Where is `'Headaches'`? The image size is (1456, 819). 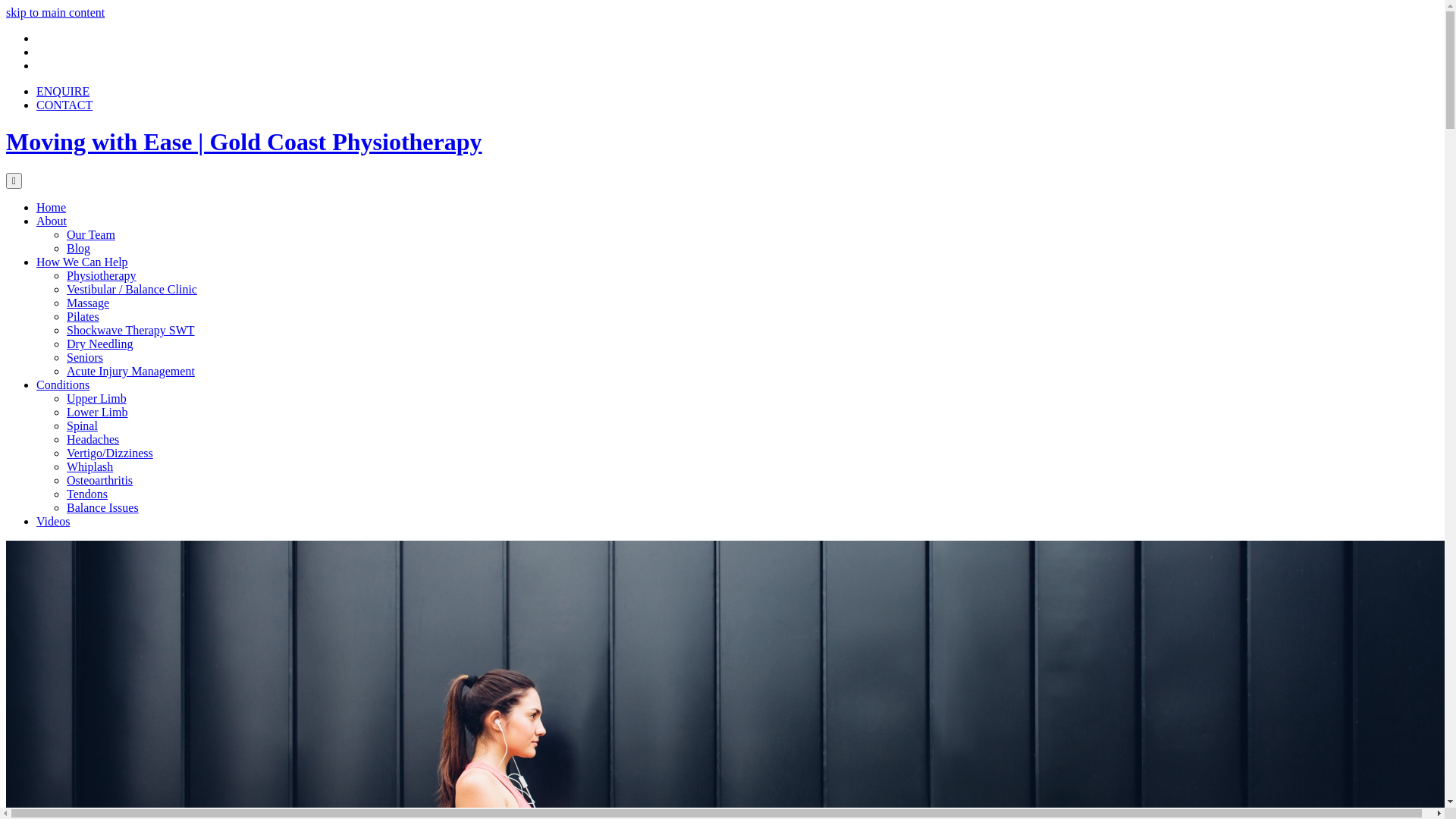 'Headaches' is located at coordinates (92, 439).